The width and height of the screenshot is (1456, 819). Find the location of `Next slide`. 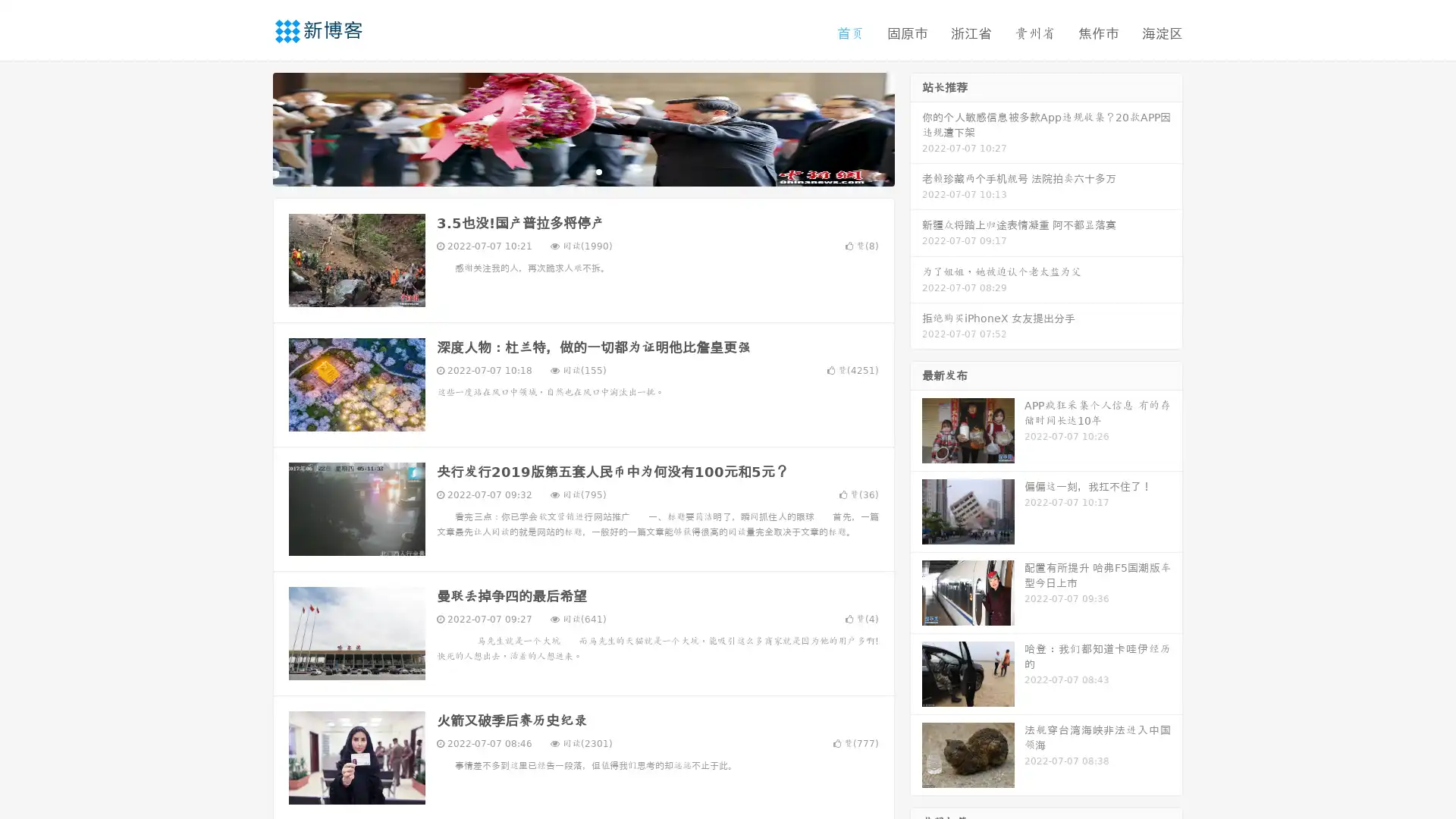

Next slide is located at coordinates (916, 127).